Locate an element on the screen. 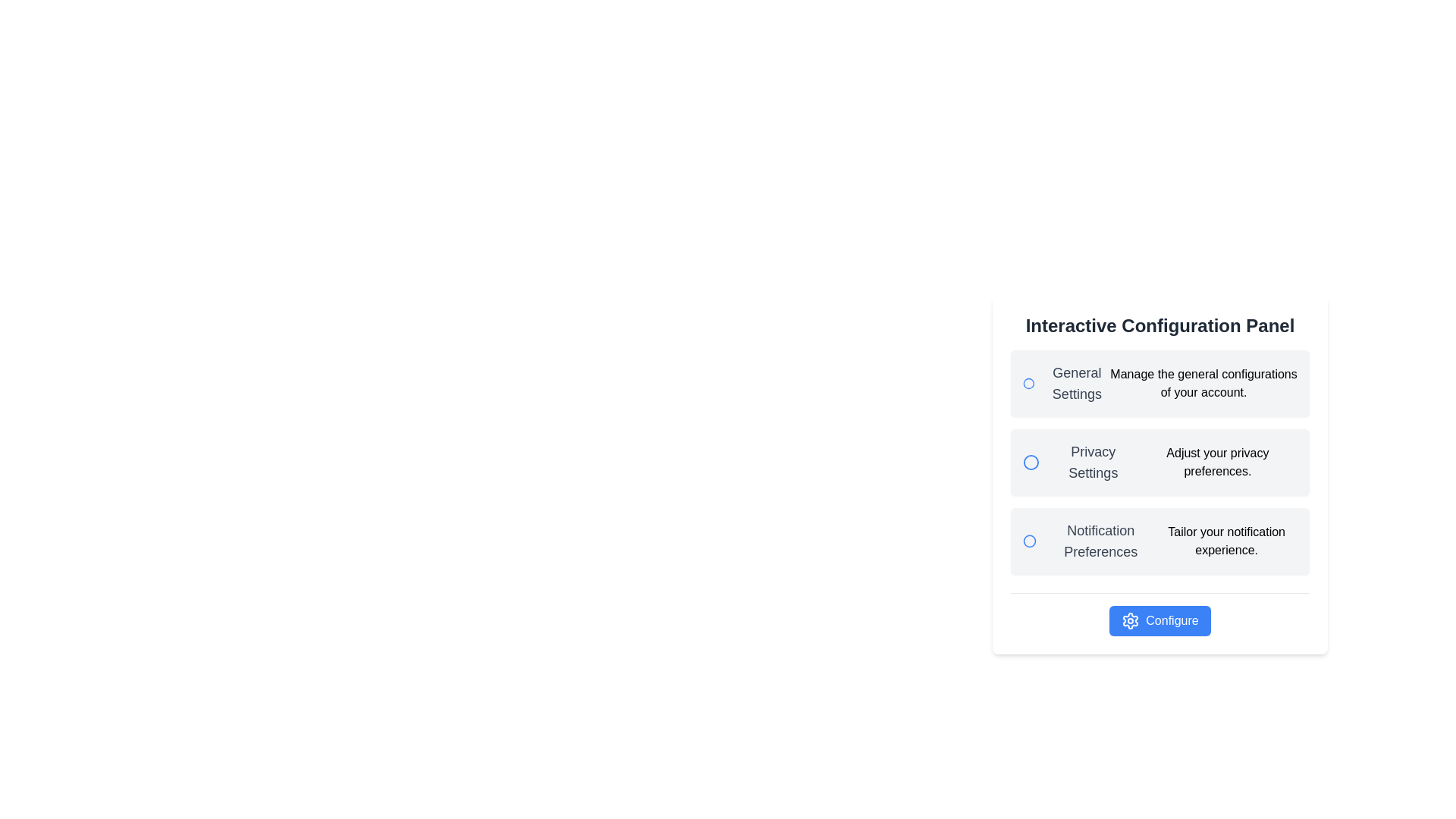 The height and width of the screenshot is (819, 1456). the circular icon with a blue outline located next to the text 'General Settings' is located at coordinates (1028, 382).